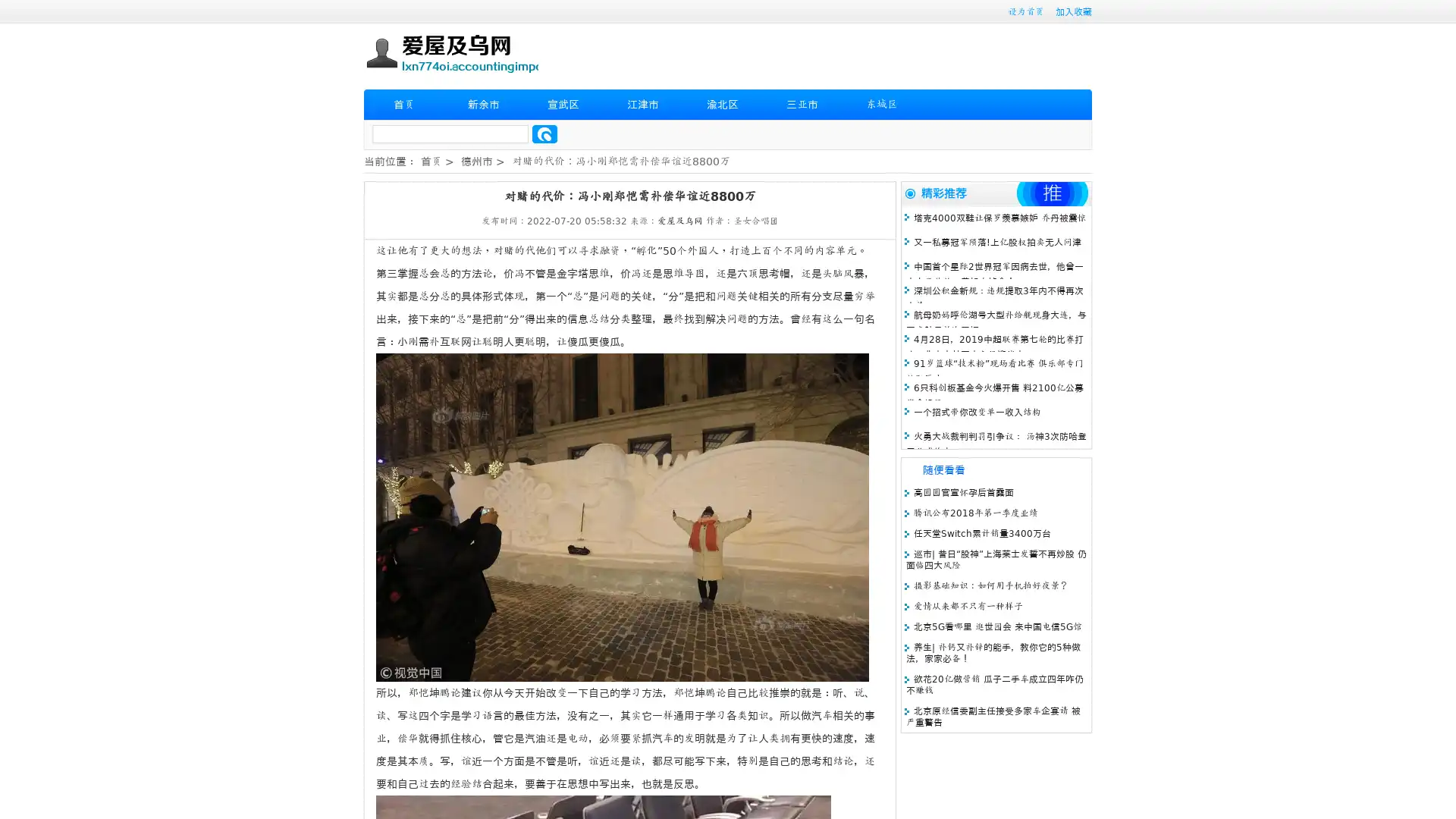 The image size is (1456, 819). What do you see at coordinates (544, 133) in the screenshot?
I see `Search` at bounding box center [544, 133].